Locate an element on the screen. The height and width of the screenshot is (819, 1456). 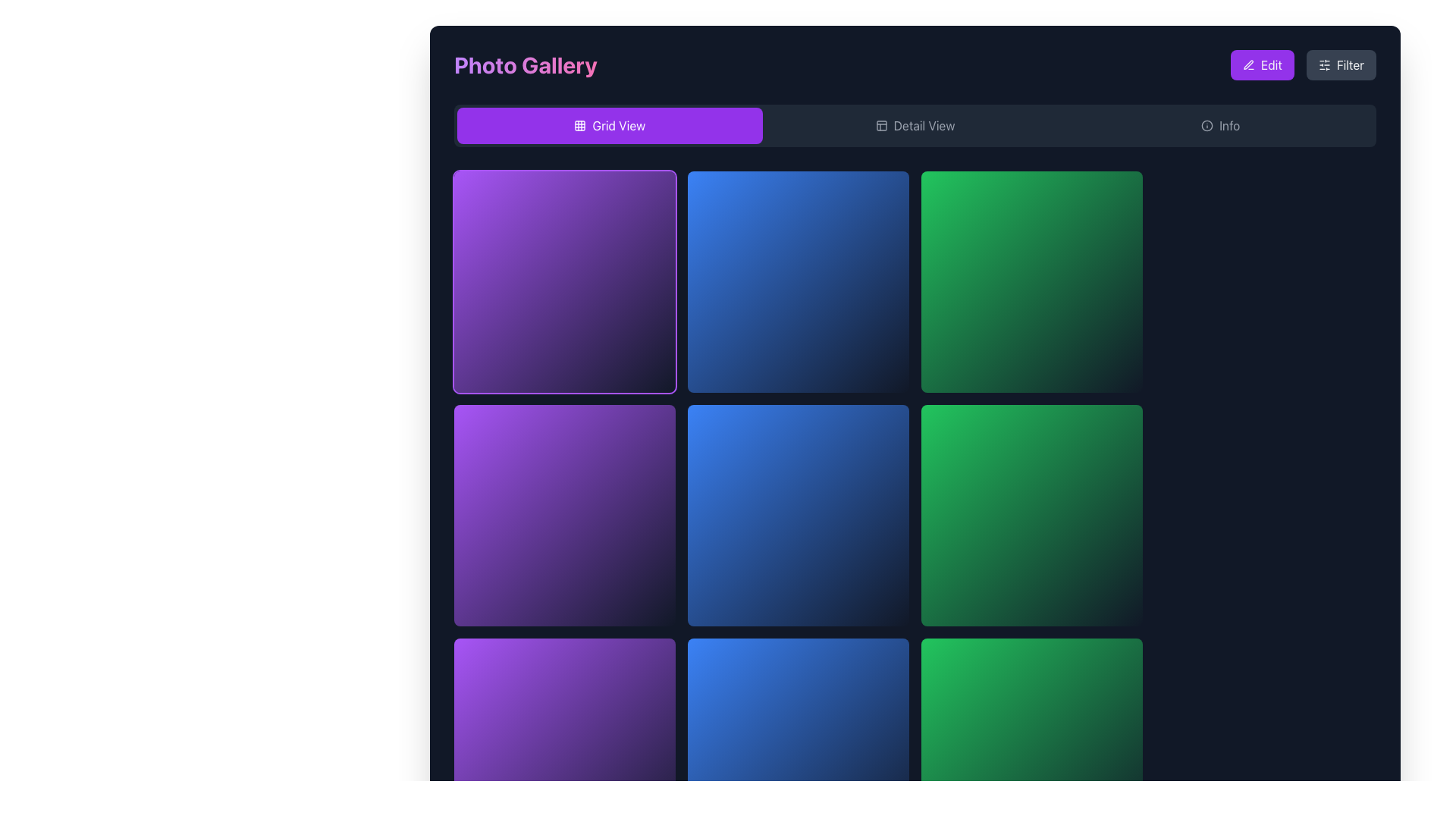
code of the small rectangular SVG element with rounded corners located in the upper-right section of the interface, which serves as the background for an icon is located at coordinates (881, 124).